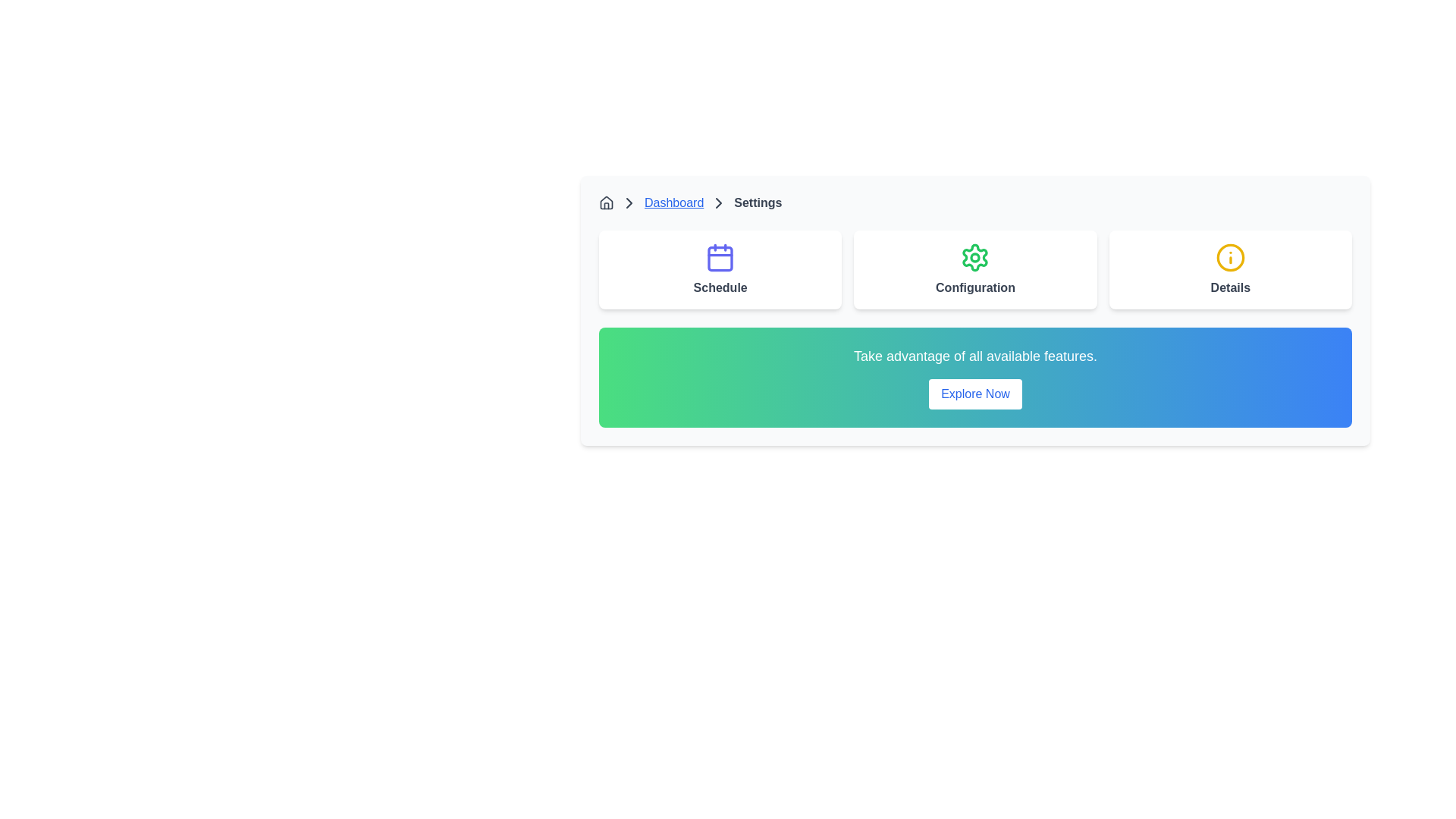  Describe the element at coordinates (1230, 256) in the screenshot. I see `the yellow circular icon with an info symbol at its center, located at the top-center portion of the 'Details' card, directly above the 'Details' text label` at that location.